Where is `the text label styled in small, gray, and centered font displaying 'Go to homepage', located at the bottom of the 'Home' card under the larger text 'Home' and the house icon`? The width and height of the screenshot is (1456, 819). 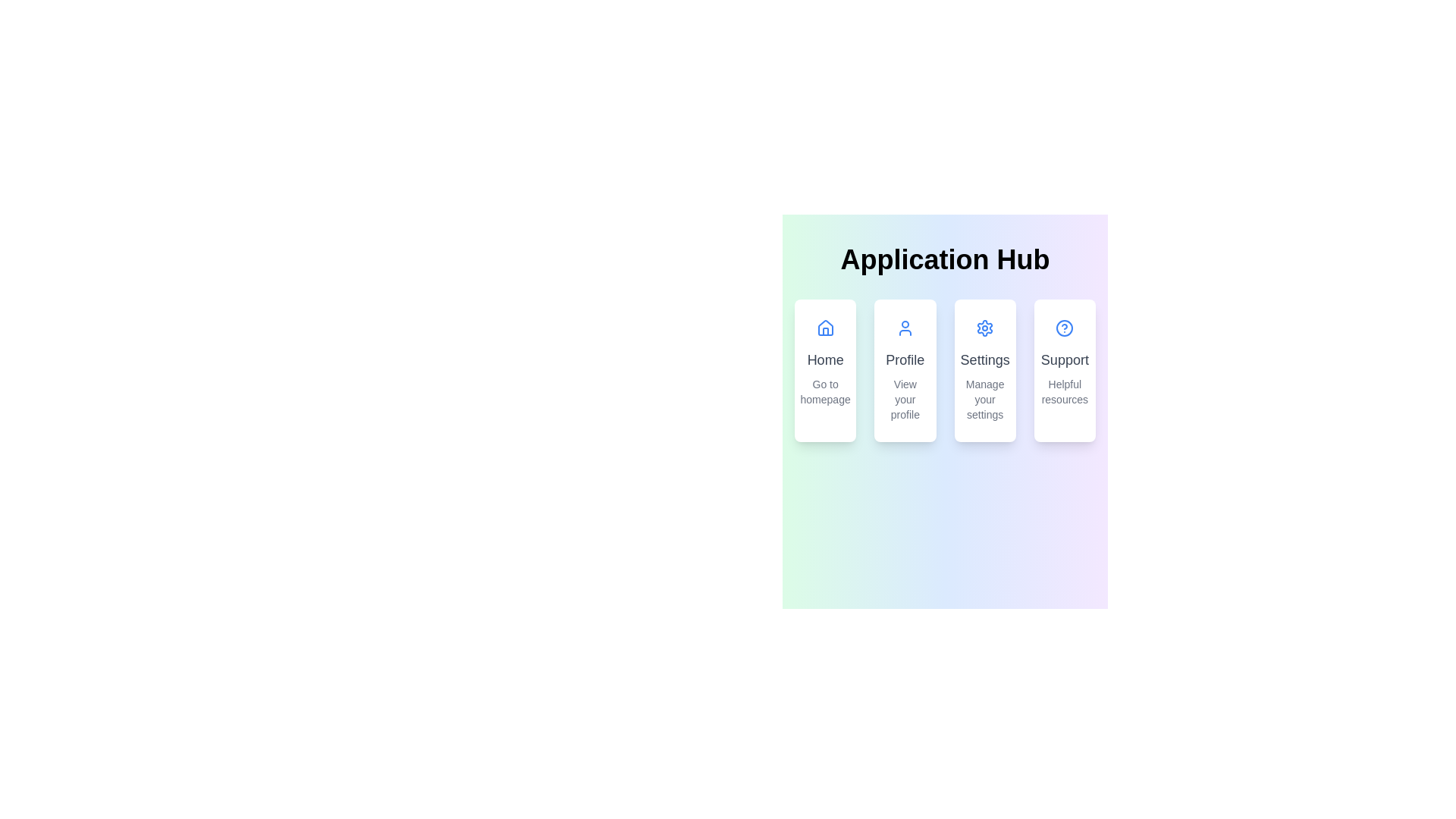 the text label styled in small, gray, and centered font displaying 'Go to homepage', located at the bottom of the 'Home' card under the larger text 'Home' and the house icon is located at coordinates (824, 391).